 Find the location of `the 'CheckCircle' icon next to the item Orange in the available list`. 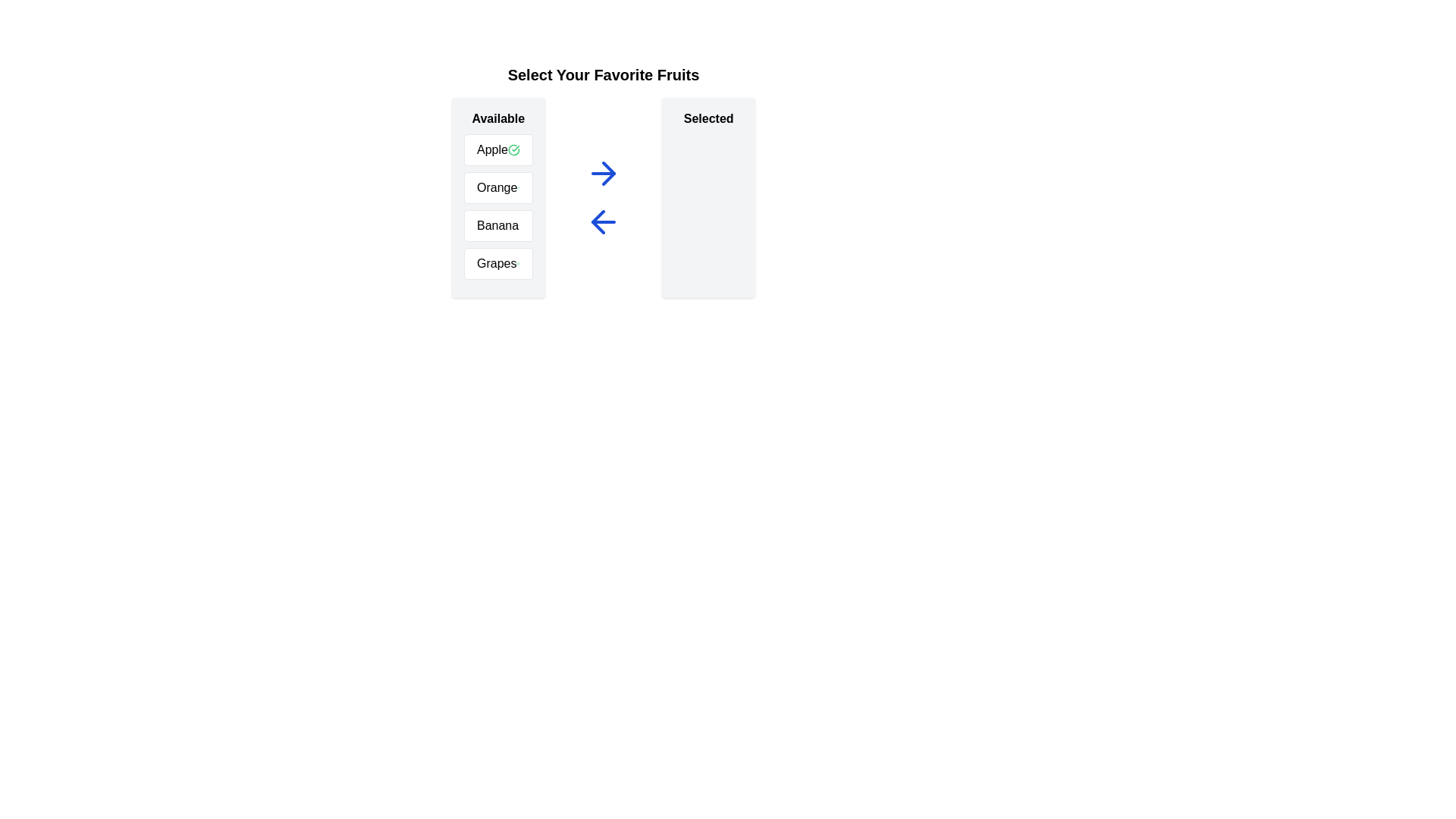

the 'CheckCircle' icon next to the item Orange in the available list is located at coordinates (519, 187).